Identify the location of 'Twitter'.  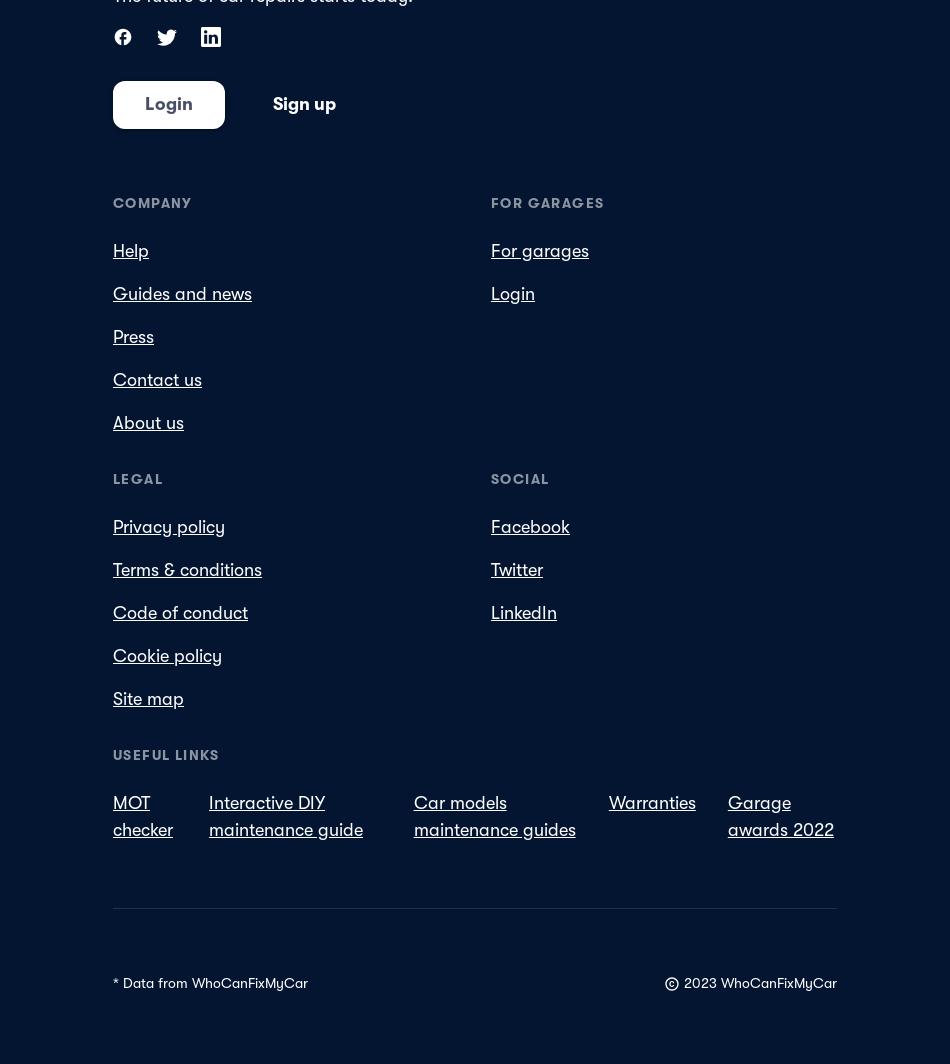
(516, 569).